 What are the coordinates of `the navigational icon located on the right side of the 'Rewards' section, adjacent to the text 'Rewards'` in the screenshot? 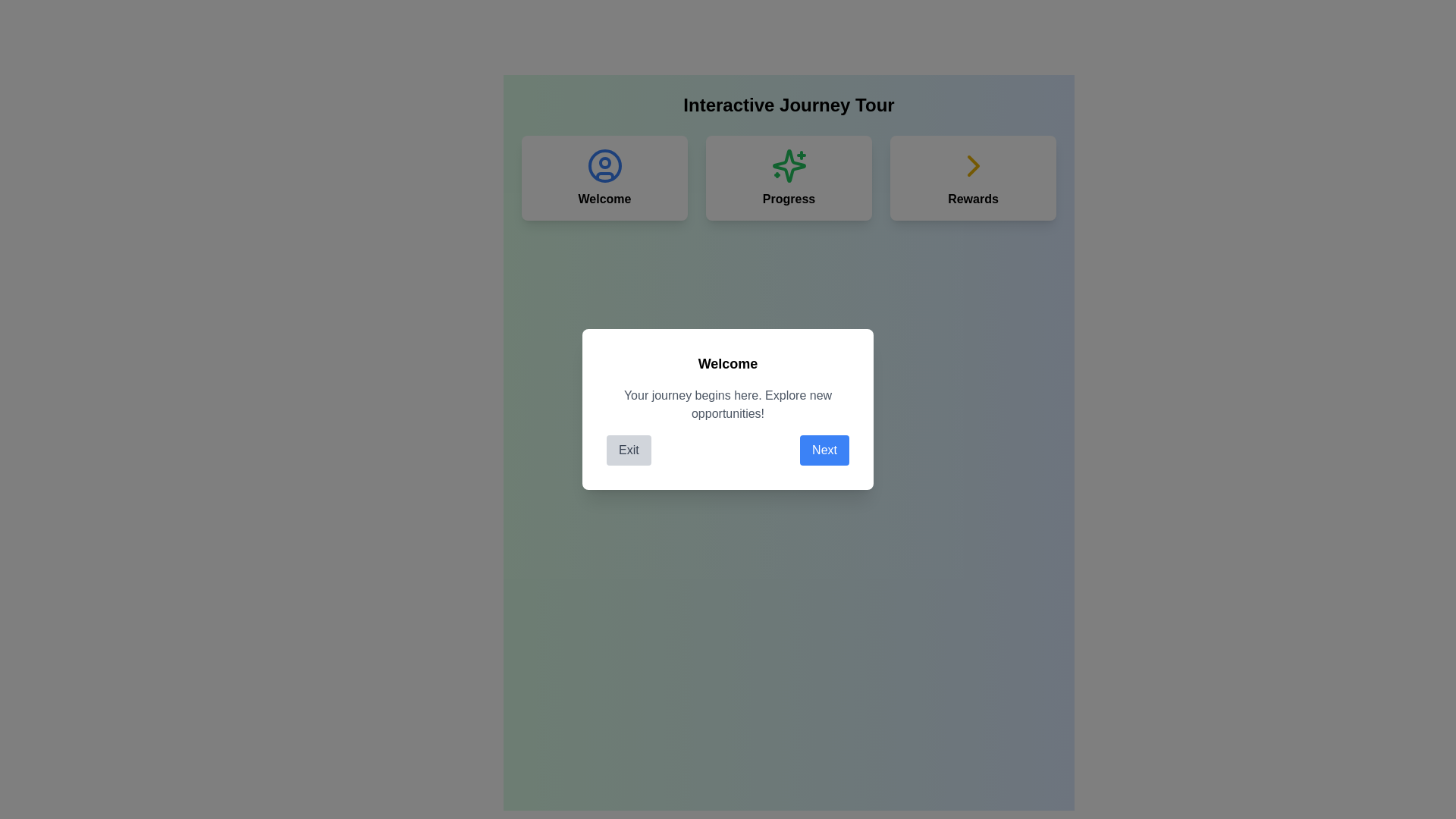 It's located at (973, 166).